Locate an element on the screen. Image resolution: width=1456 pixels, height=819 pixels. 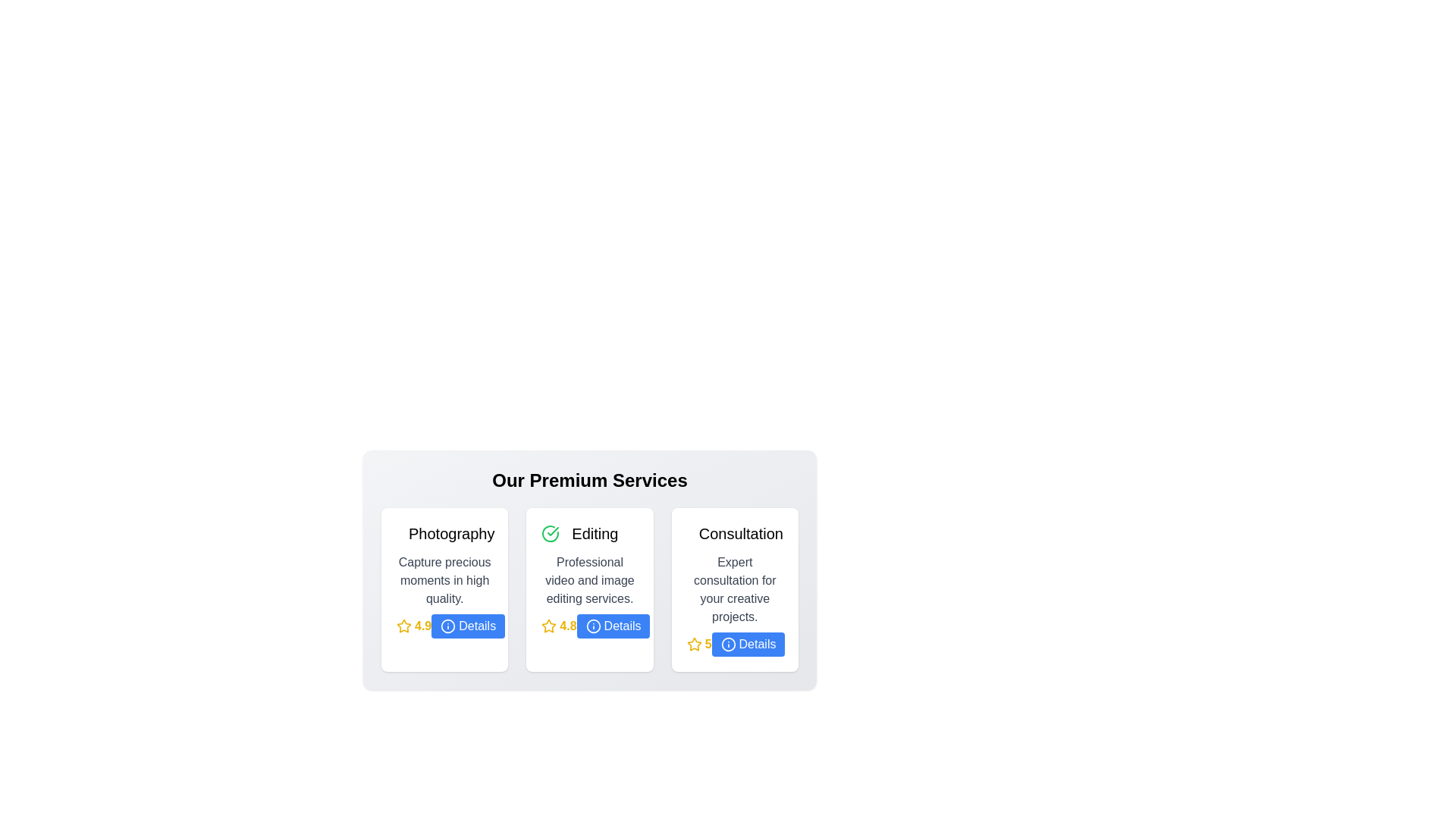
the service card for Photography to observe the hover effect is located at coordinates (444, 589).